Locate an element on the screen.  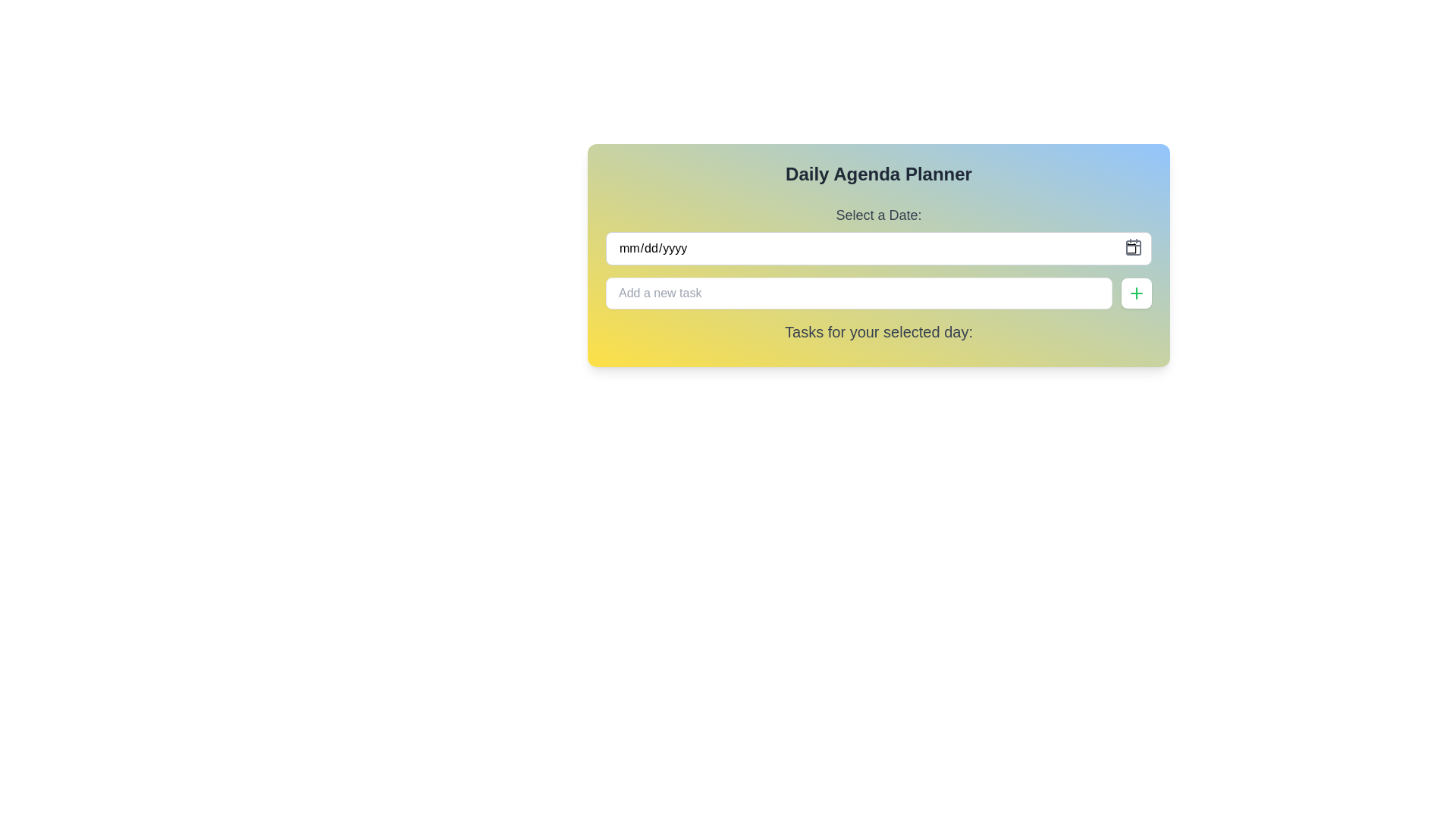
the date field on the interactive planner interface to pick a date is located at coordinates (878, 254).